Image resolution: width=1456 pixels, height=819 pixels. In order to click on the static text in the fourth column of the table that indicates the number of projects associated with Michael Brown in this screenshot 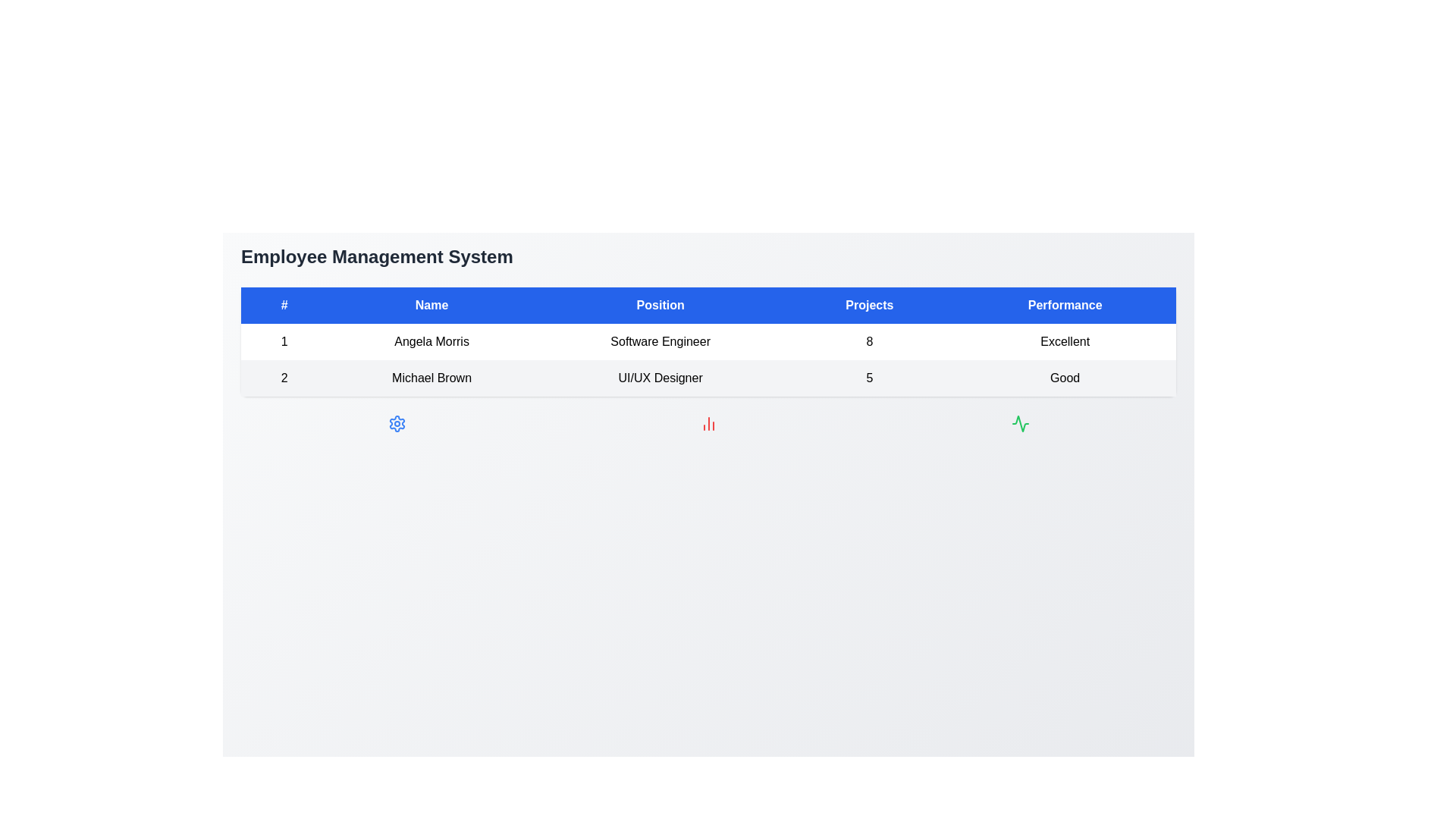, I will do `click(869, 377)`.